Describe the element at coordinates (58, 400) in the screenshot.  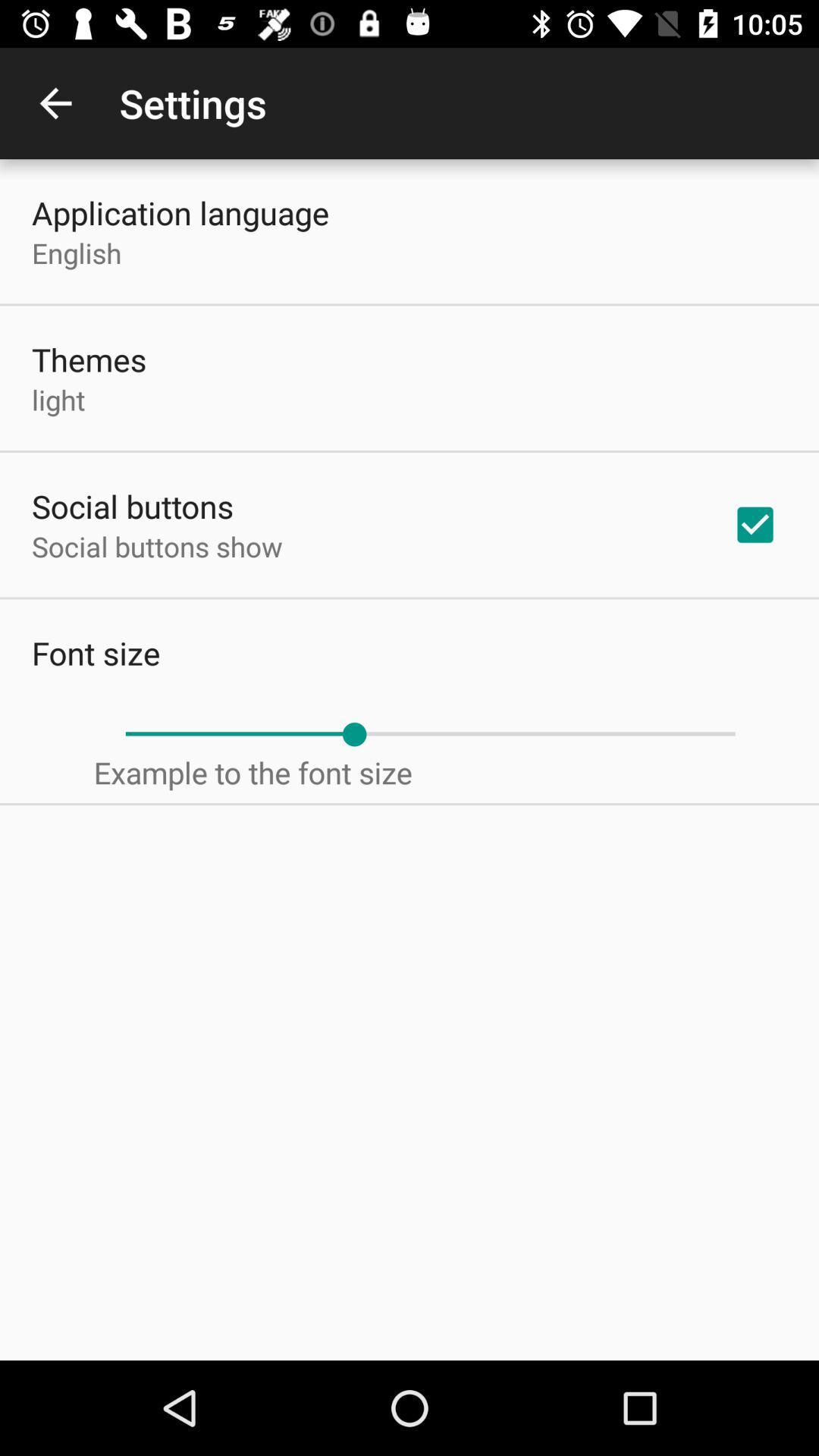
I see `the item above the social buttons icon` at that location.